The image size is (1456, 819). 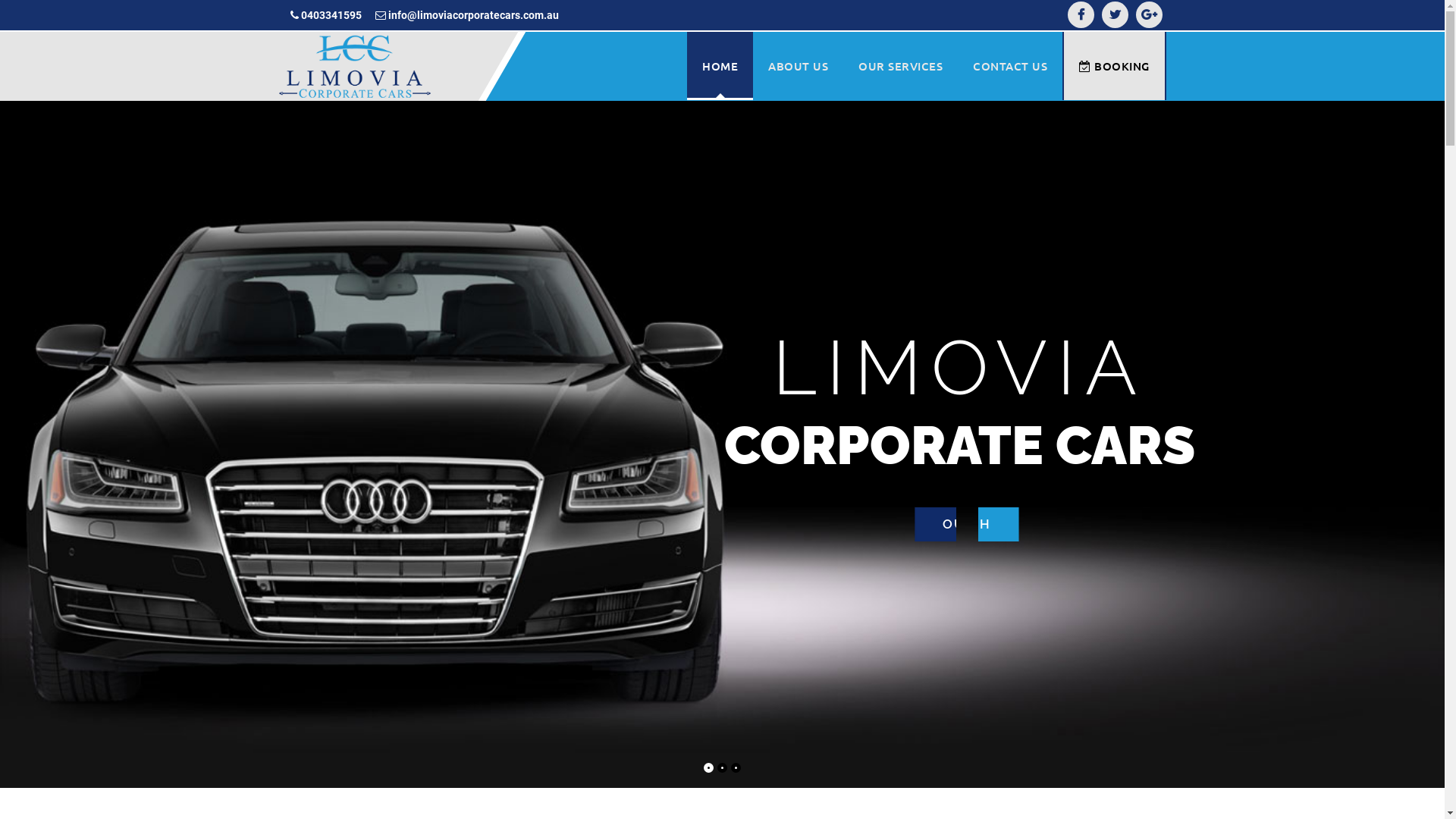 What do you see at coordinates (719, 65) in the screenshot?
I see `'HOME'` at bounding box center [719, 65].